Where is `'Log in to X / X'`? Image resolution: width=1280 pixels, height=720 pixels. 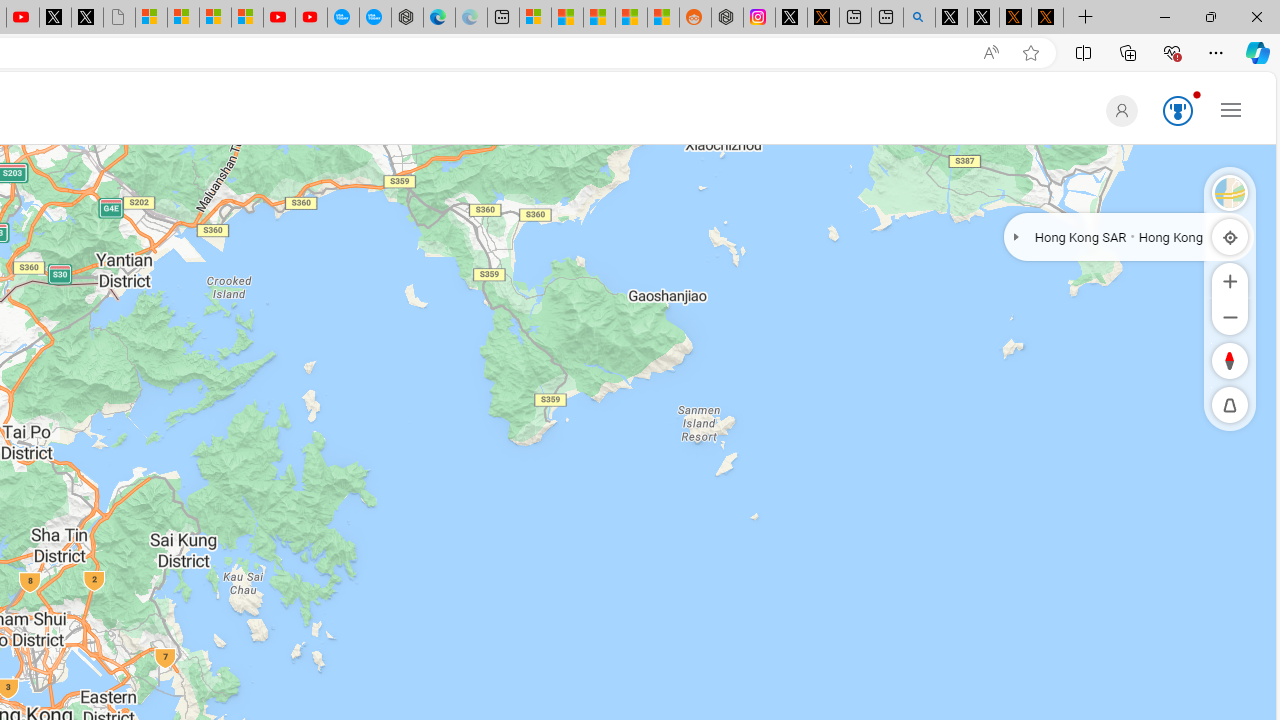 'Log in to X / X' is located at coordinates (790, 17).